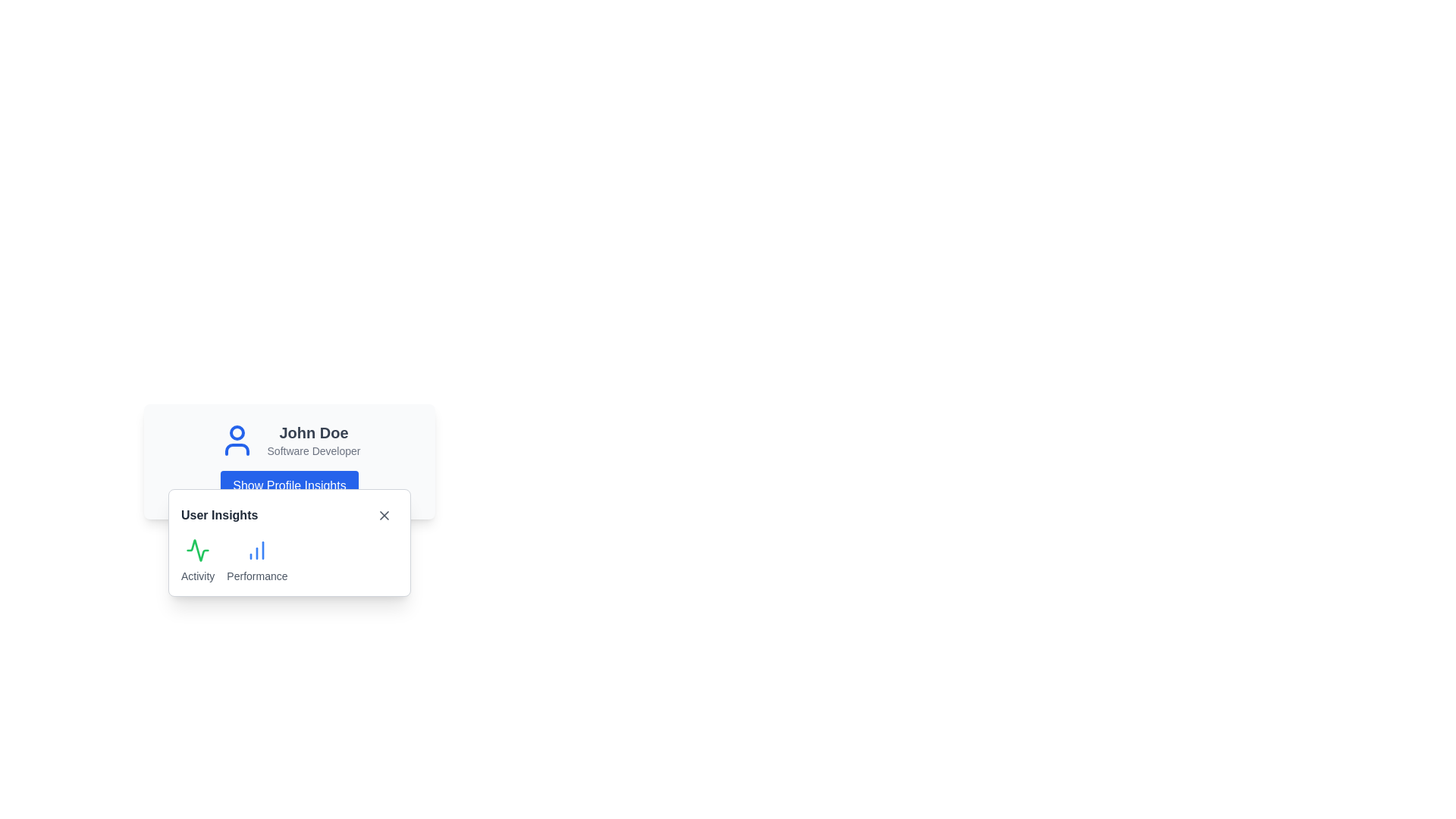  What do you see at coordinates (236, 441) in the screenshot?
I see `the user profile icon, which is a blue circular shape with a head and shoulders, located to the left of the text 'John Doe' and 'Software Developer'` at bounding box center [236, 441].